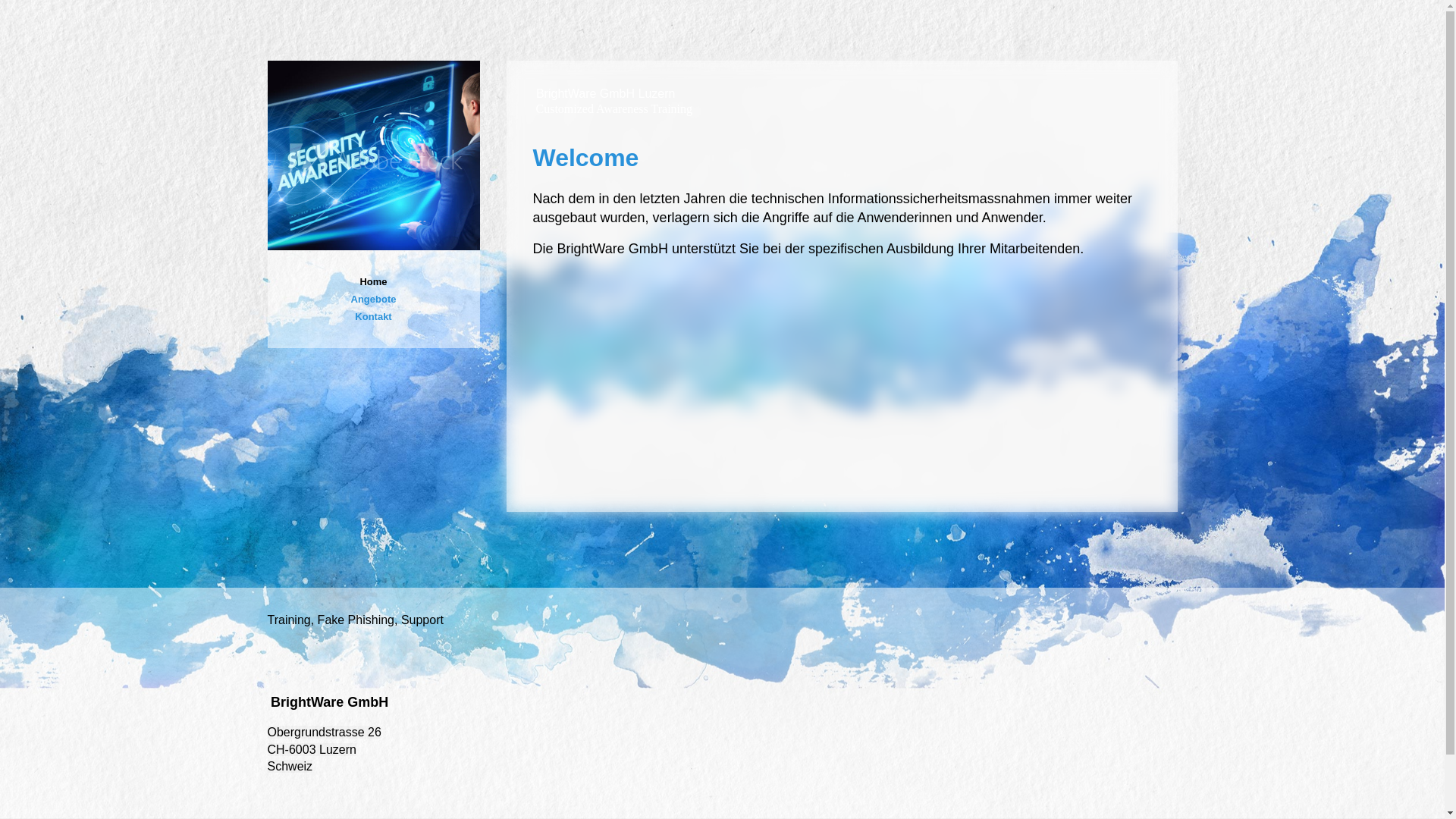  Describe the element at coordinates (372, 281) in the screenshot. I see `'Home'` at that location.